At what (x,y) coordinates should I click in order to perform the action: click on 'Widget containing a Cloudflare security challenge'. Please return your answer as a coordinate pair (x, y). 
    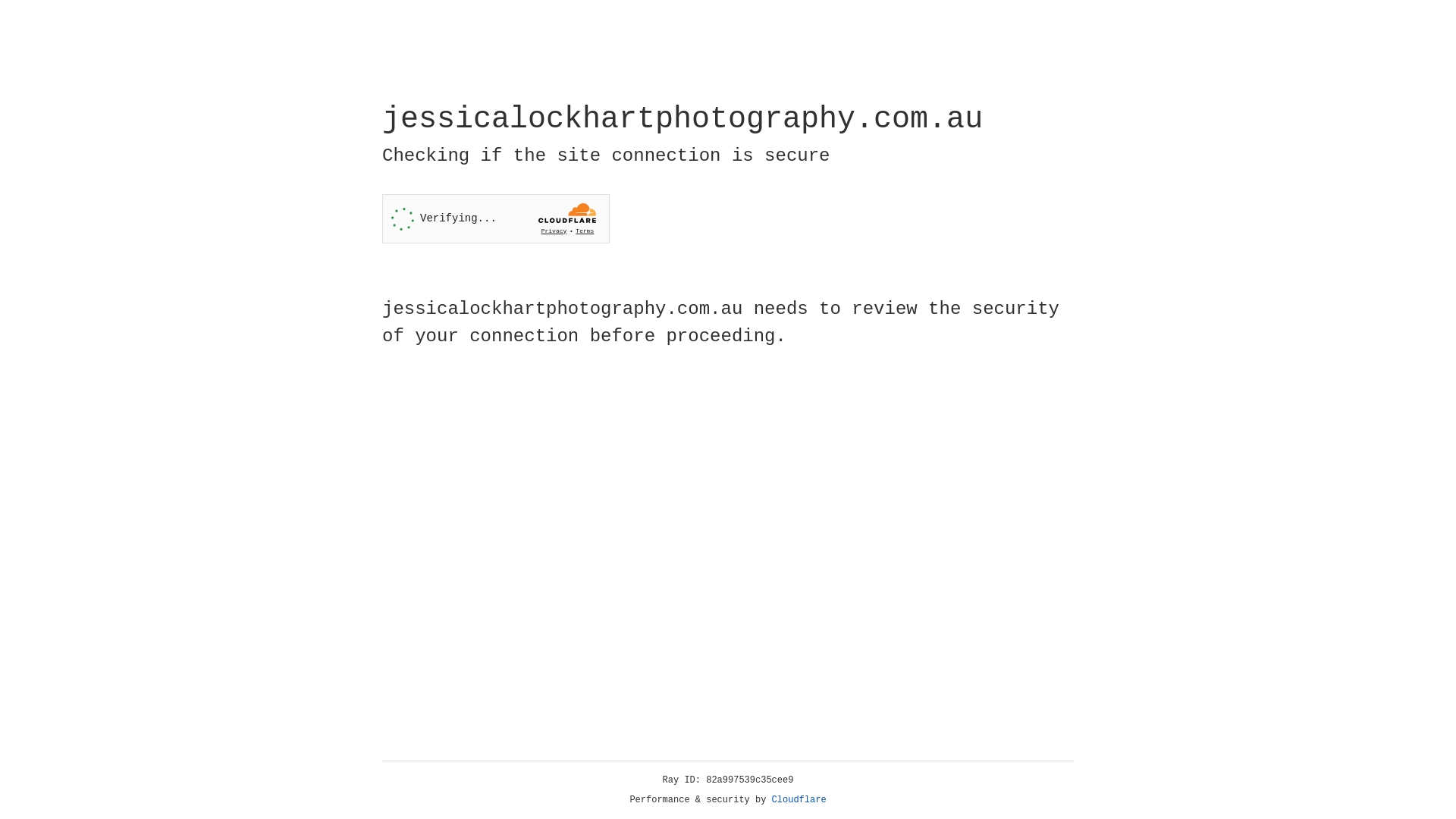
    Looking at the image, I should click on (495, 218).